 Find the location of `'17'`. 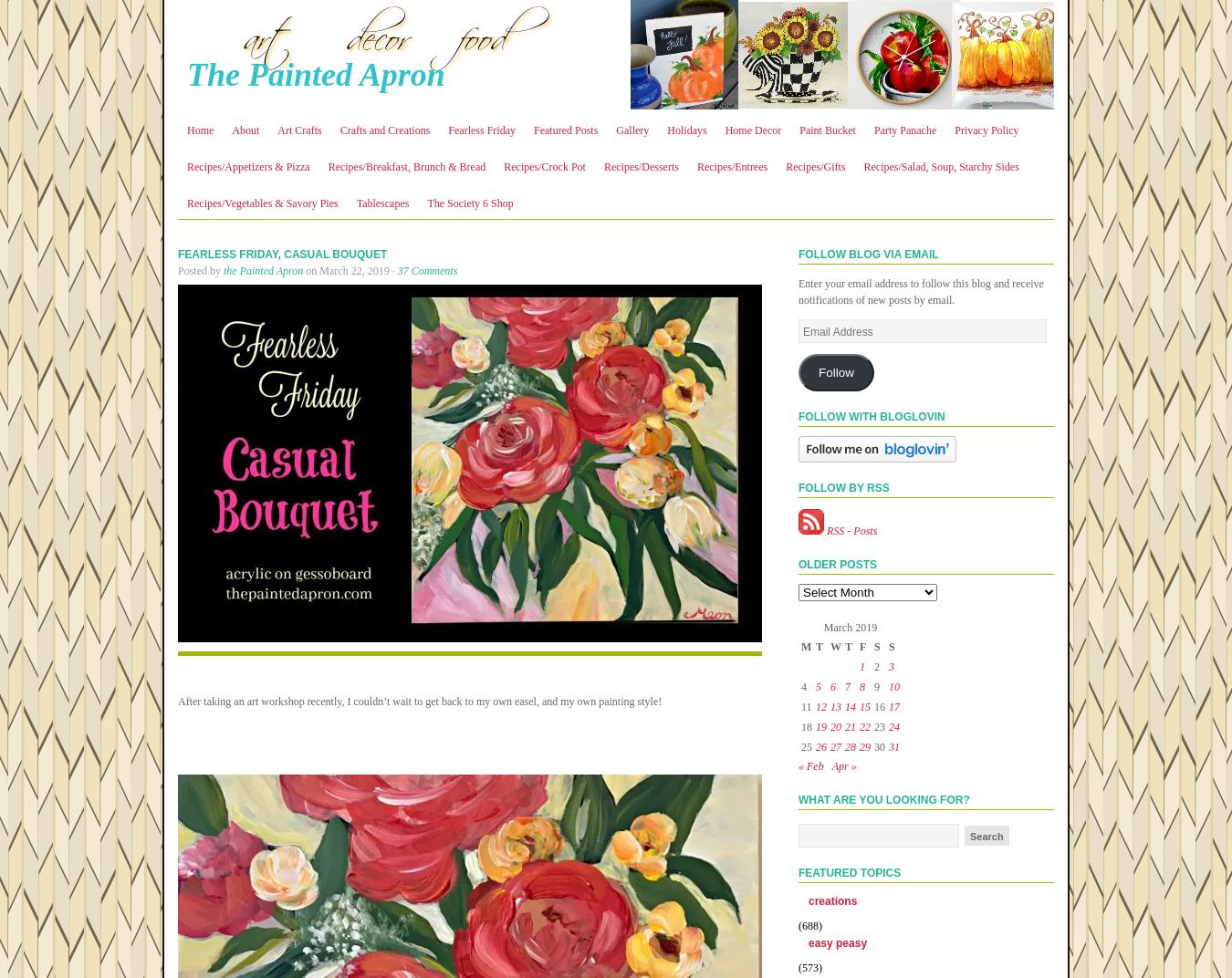

'17' is located at coordinates (893, 706).